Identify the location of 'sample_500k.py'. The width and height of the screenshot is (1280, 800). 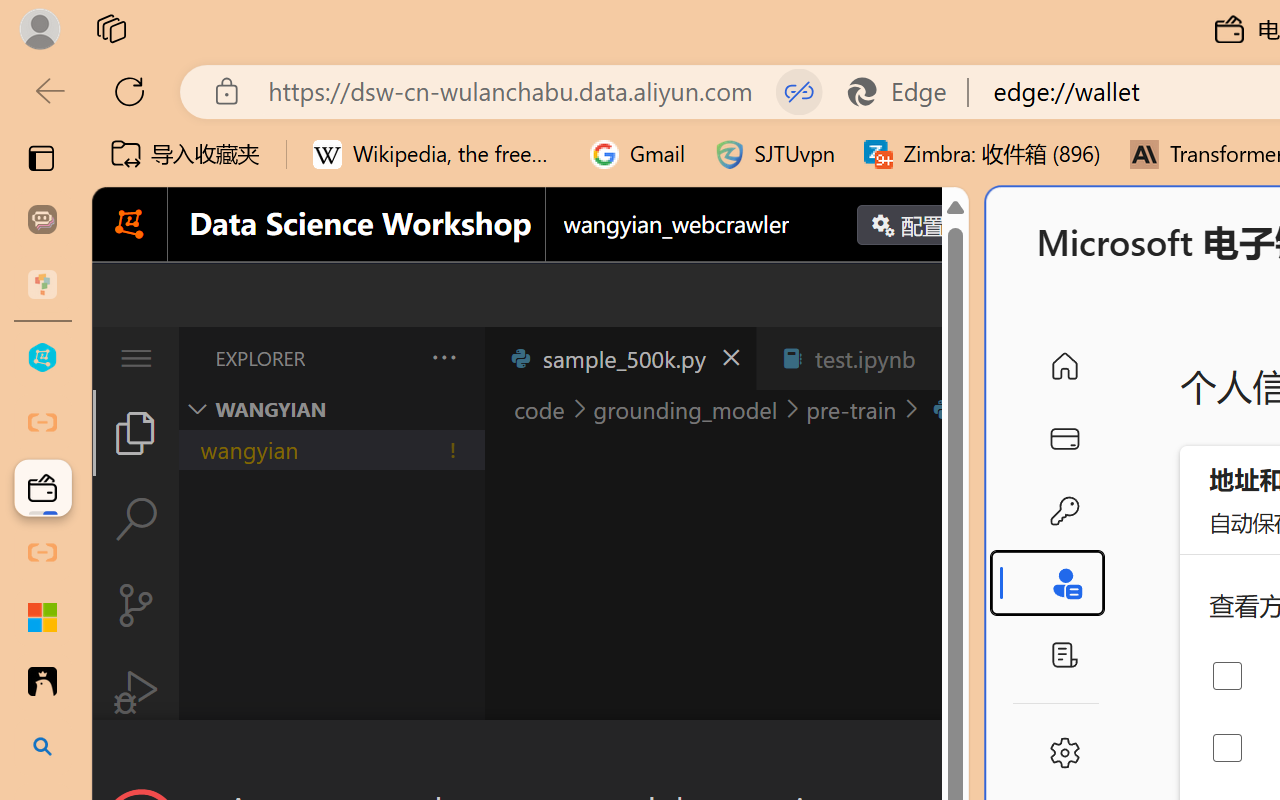
(619, 358).